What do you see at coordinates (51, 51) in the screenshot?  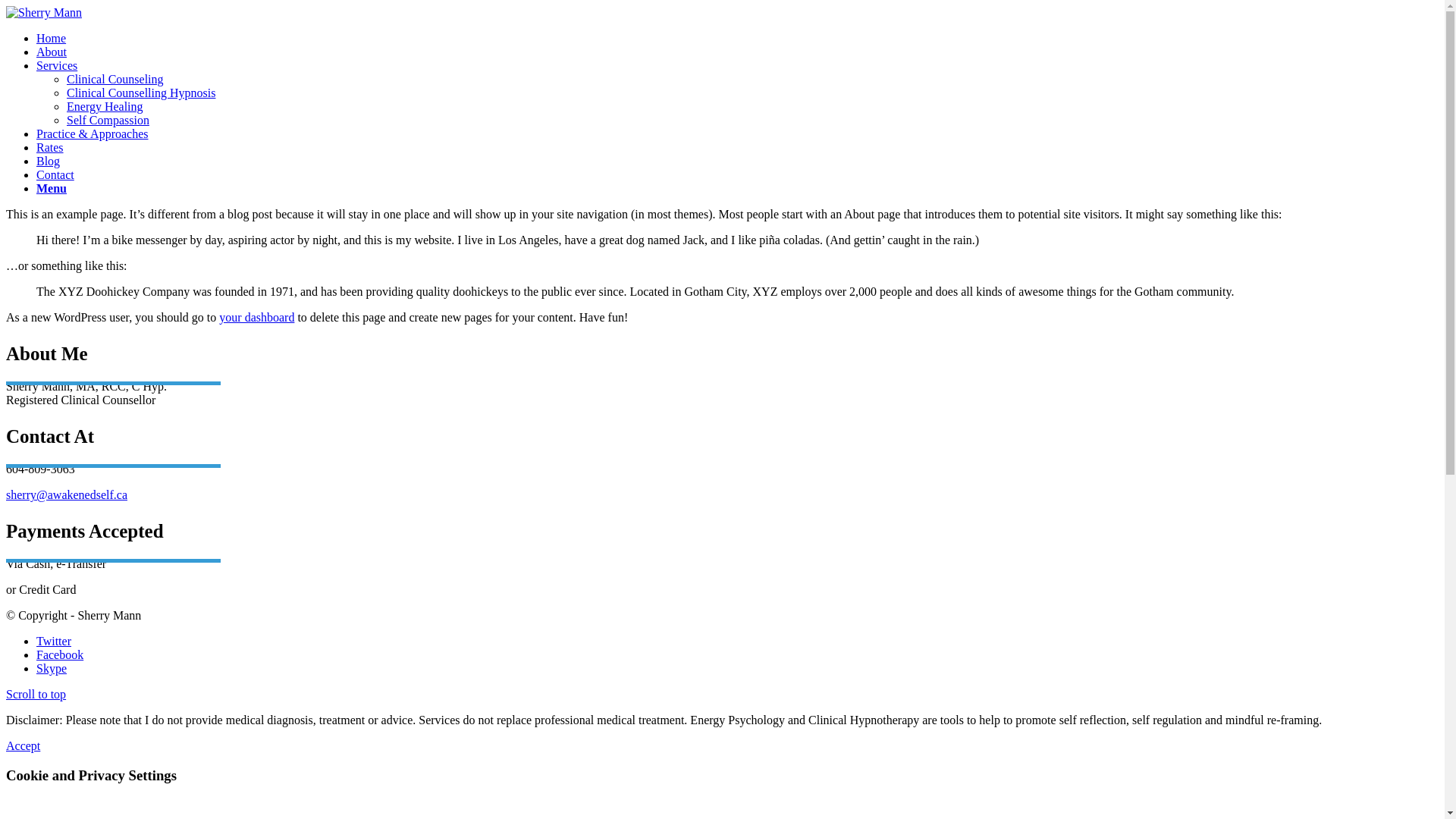 I see `'About'` at bounding box center [51, 51].